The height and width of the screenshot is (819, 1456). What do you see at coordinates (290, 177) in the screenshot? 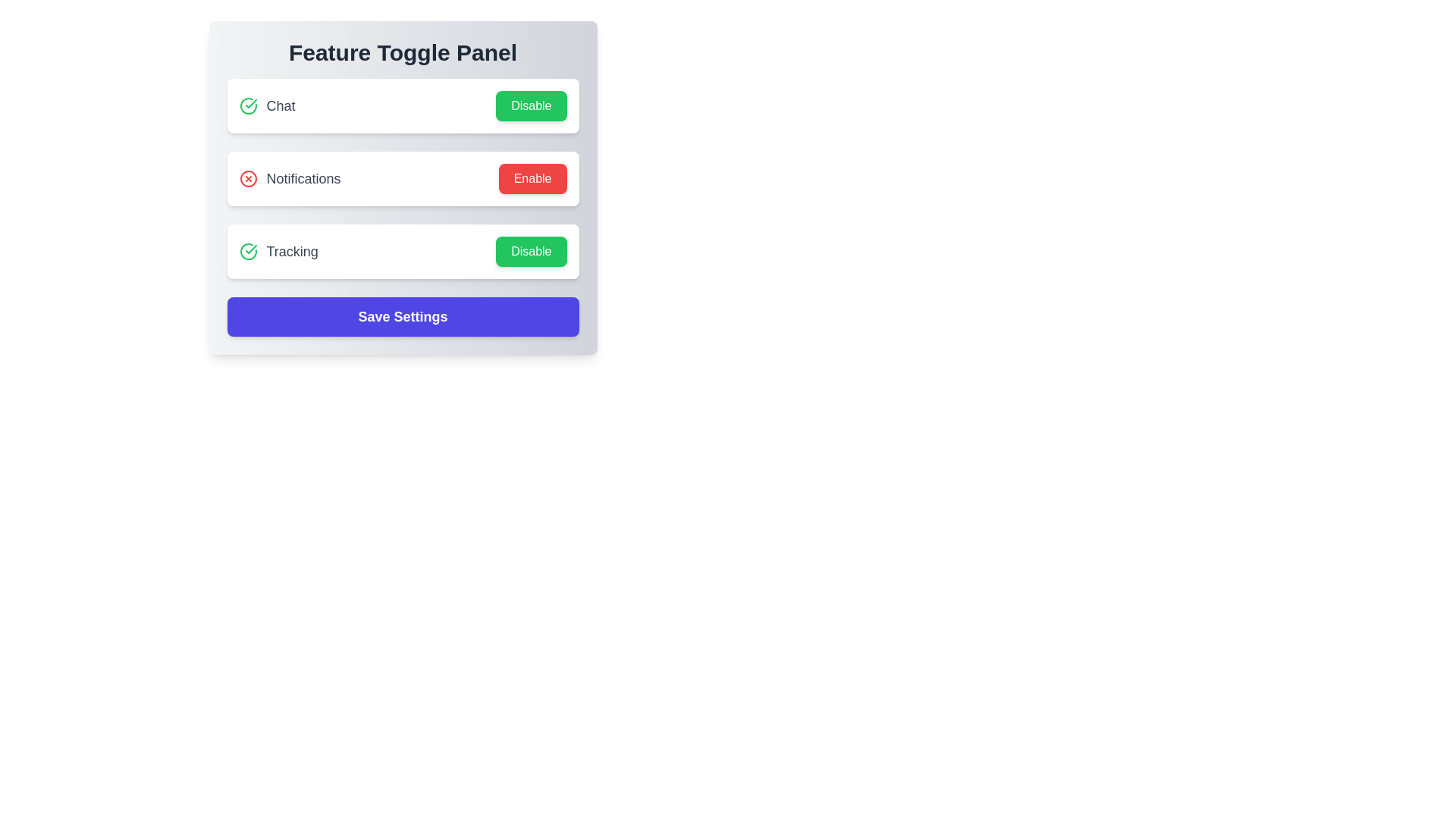
I see `the feature name notifications by double-clicking on it` at bounding box center [290, 177].